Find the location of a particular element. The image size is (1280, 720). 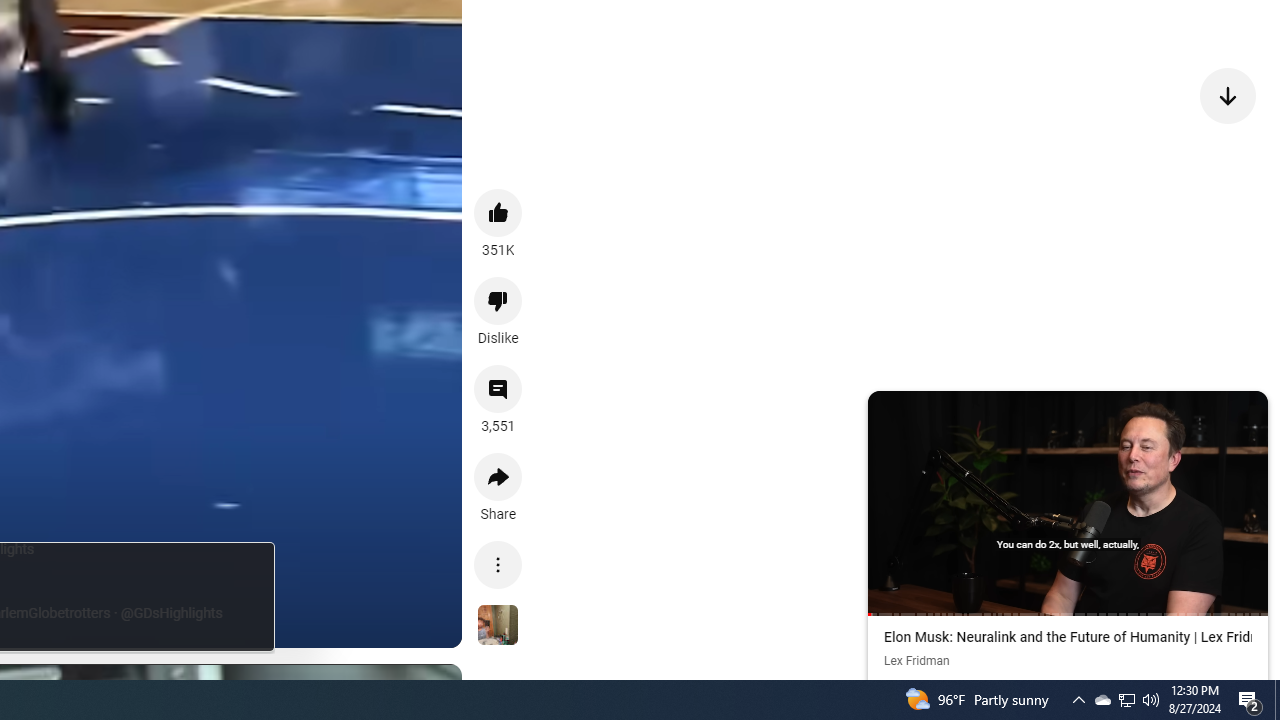

'Next video' is located at coordinates (1227, 95).